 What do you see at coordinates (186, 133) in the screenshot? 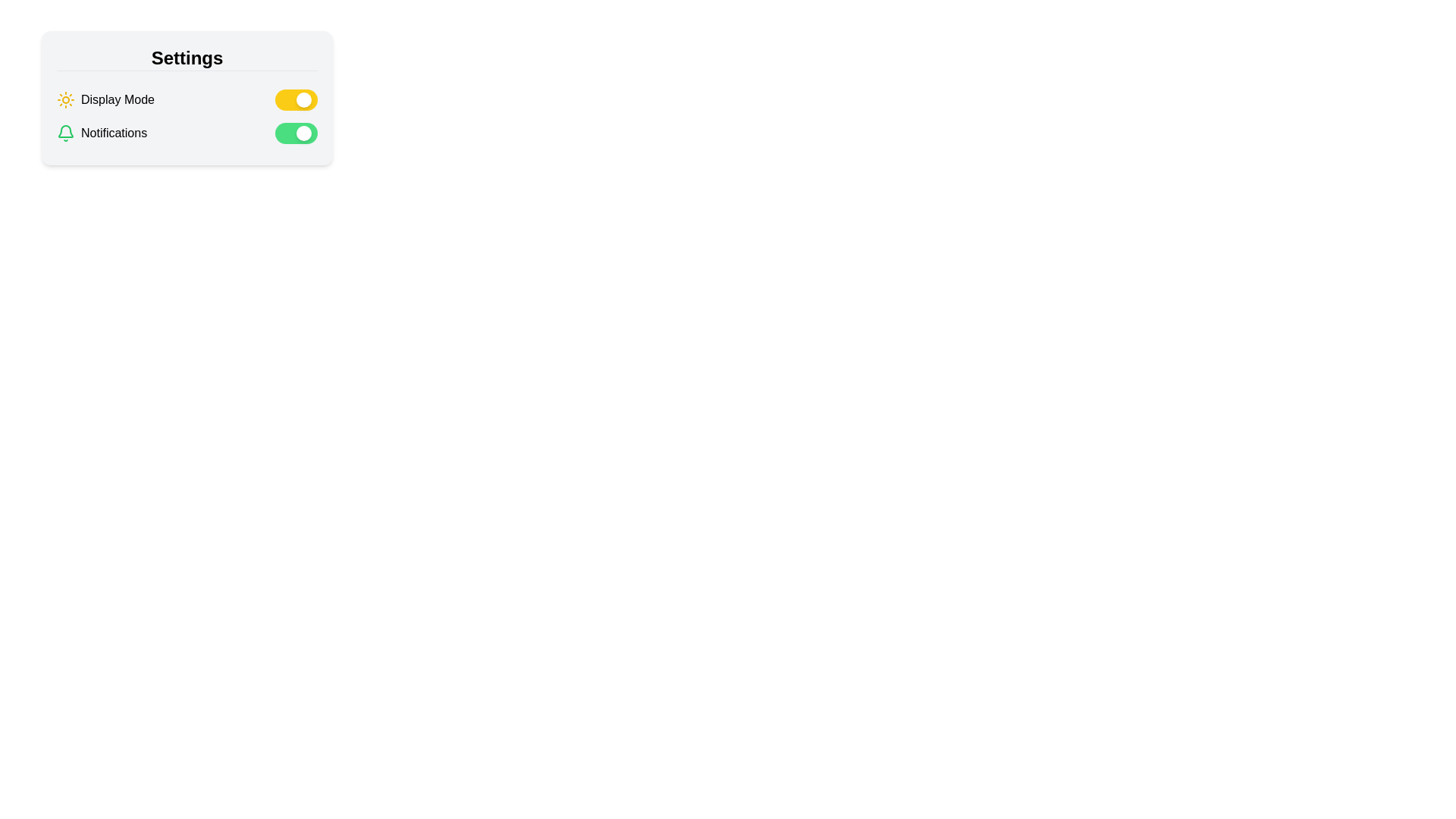
I see `the Toggle Setting Row for notifications, which is the second item in the vertical list of configuration options` at bounding box center [186, 133].